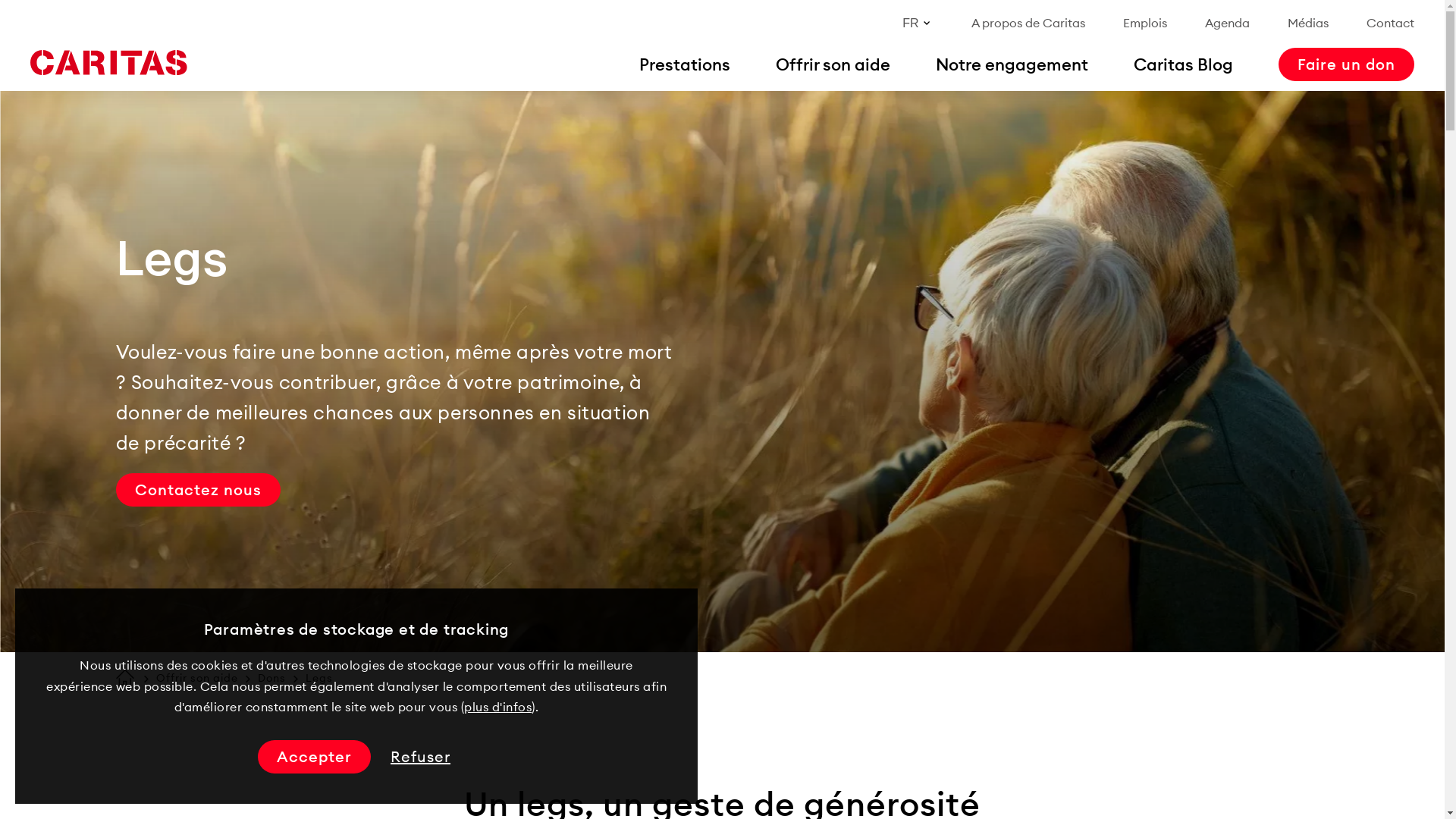 This screenshot has width=1456, height=819. Describe the element at coordinates (1390, 23) in the screenshot. I see `'Contact'` at that location.